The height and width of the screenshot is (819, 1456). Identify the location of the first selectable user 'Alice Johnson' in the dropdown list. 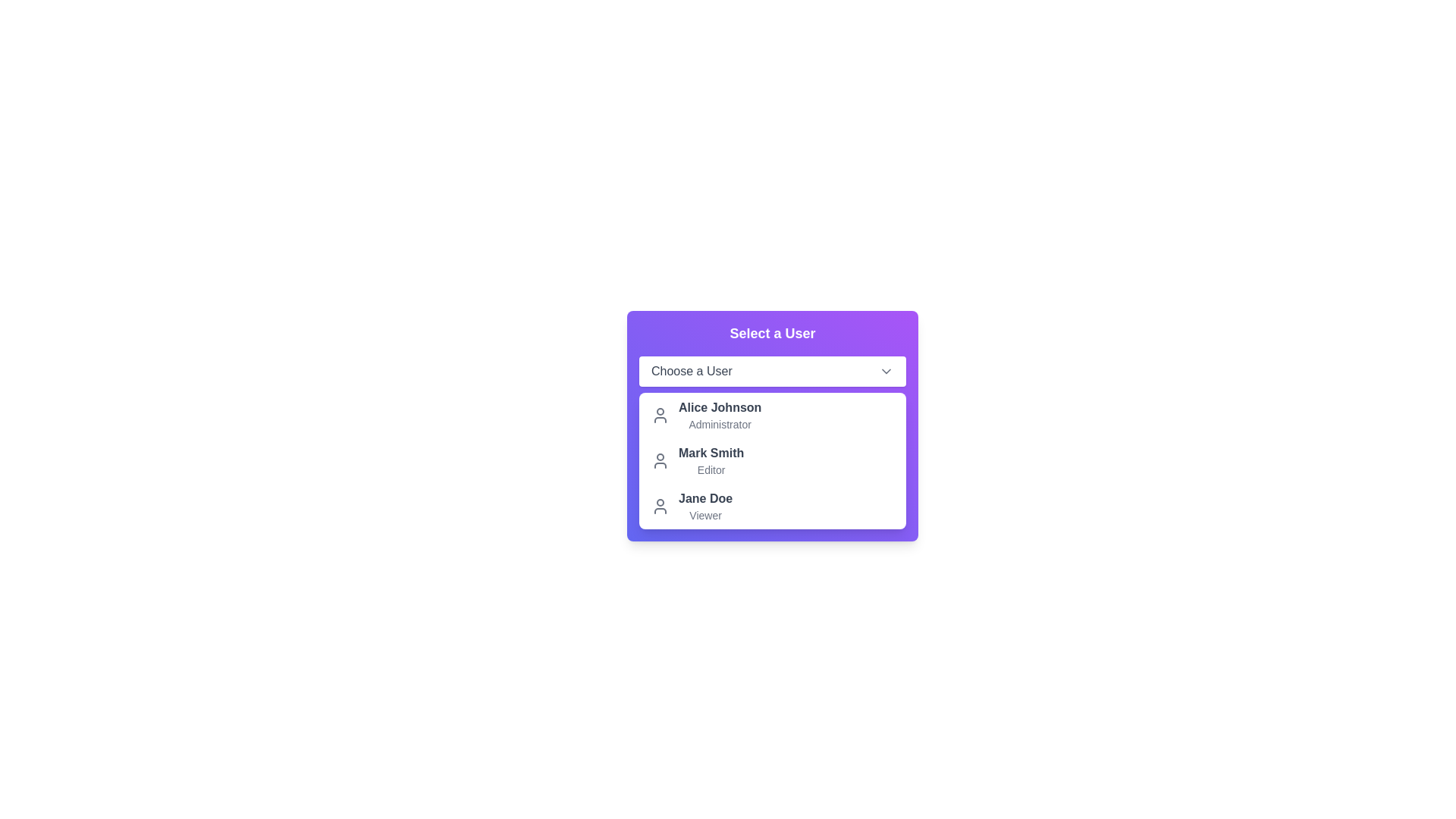
(772, 426).